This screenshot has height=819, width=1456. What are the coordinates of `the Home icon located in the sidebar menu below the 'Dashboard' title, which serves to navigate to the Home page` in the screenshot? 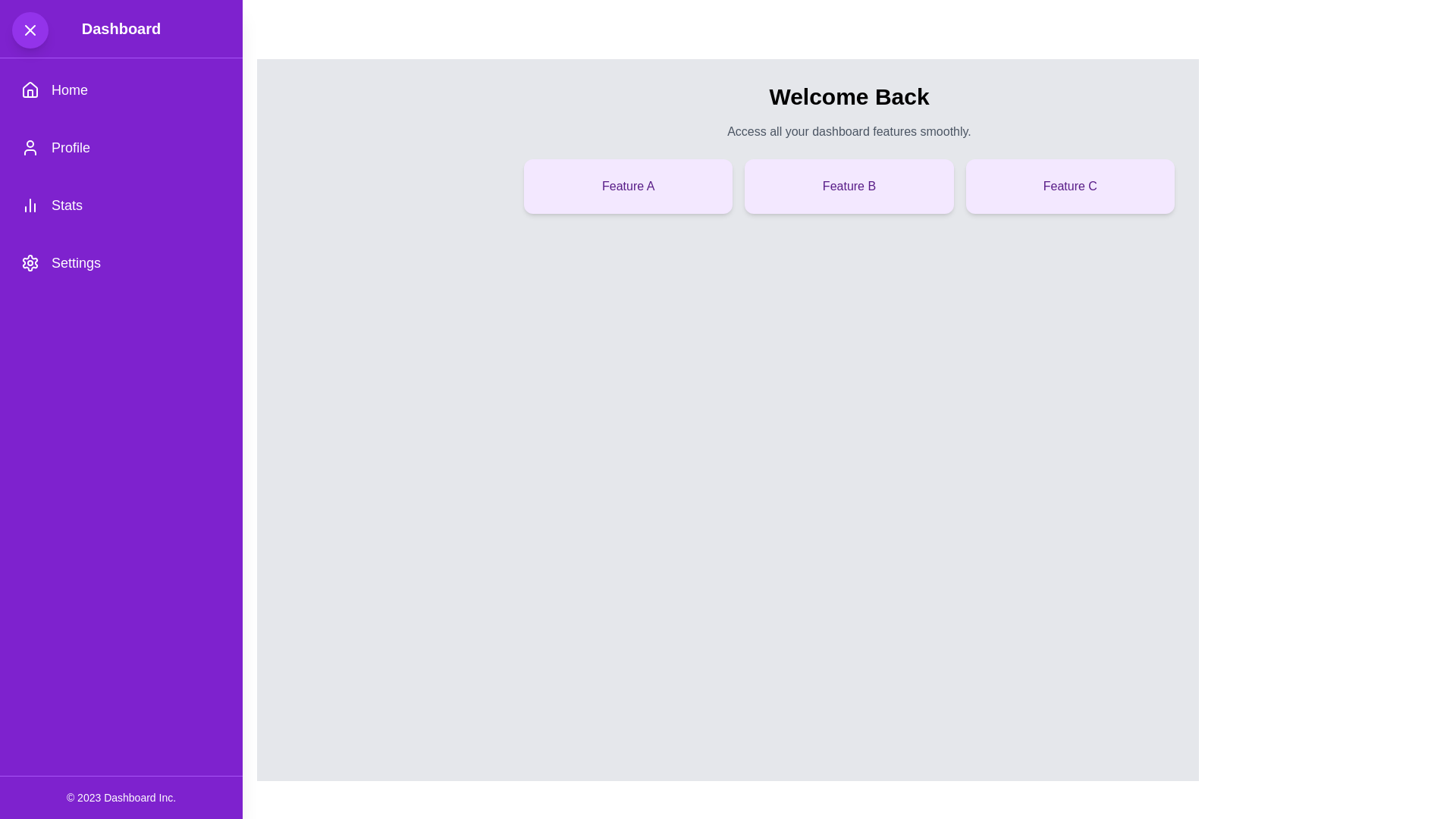 It's located at (30, 89).